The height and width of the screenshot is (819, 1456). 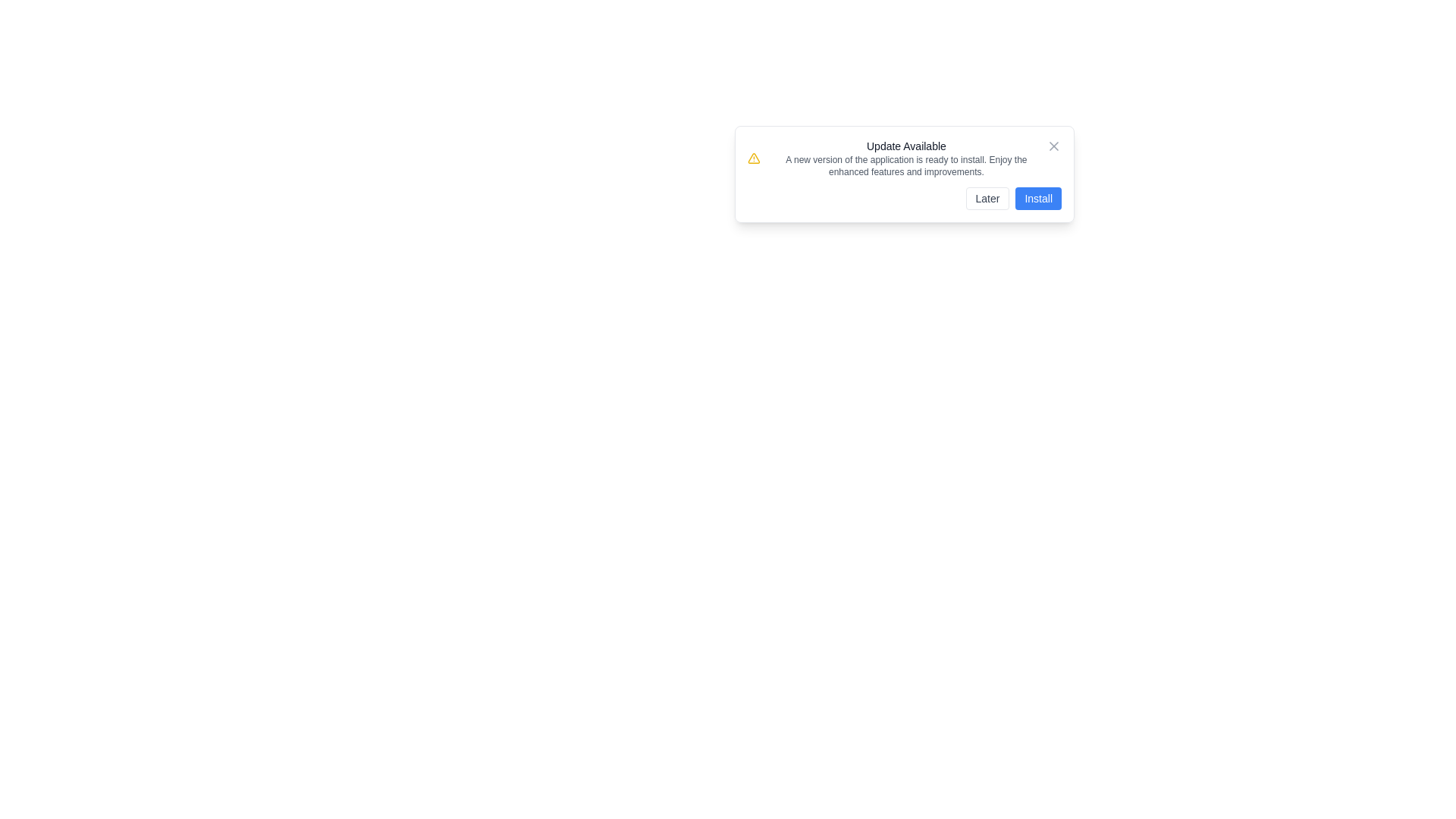 I want to click on message in the Notification or modal content header that informs the user about an available application update, positioned above the 'Later' and 'Install' buttons, so click(x=905, y=158).